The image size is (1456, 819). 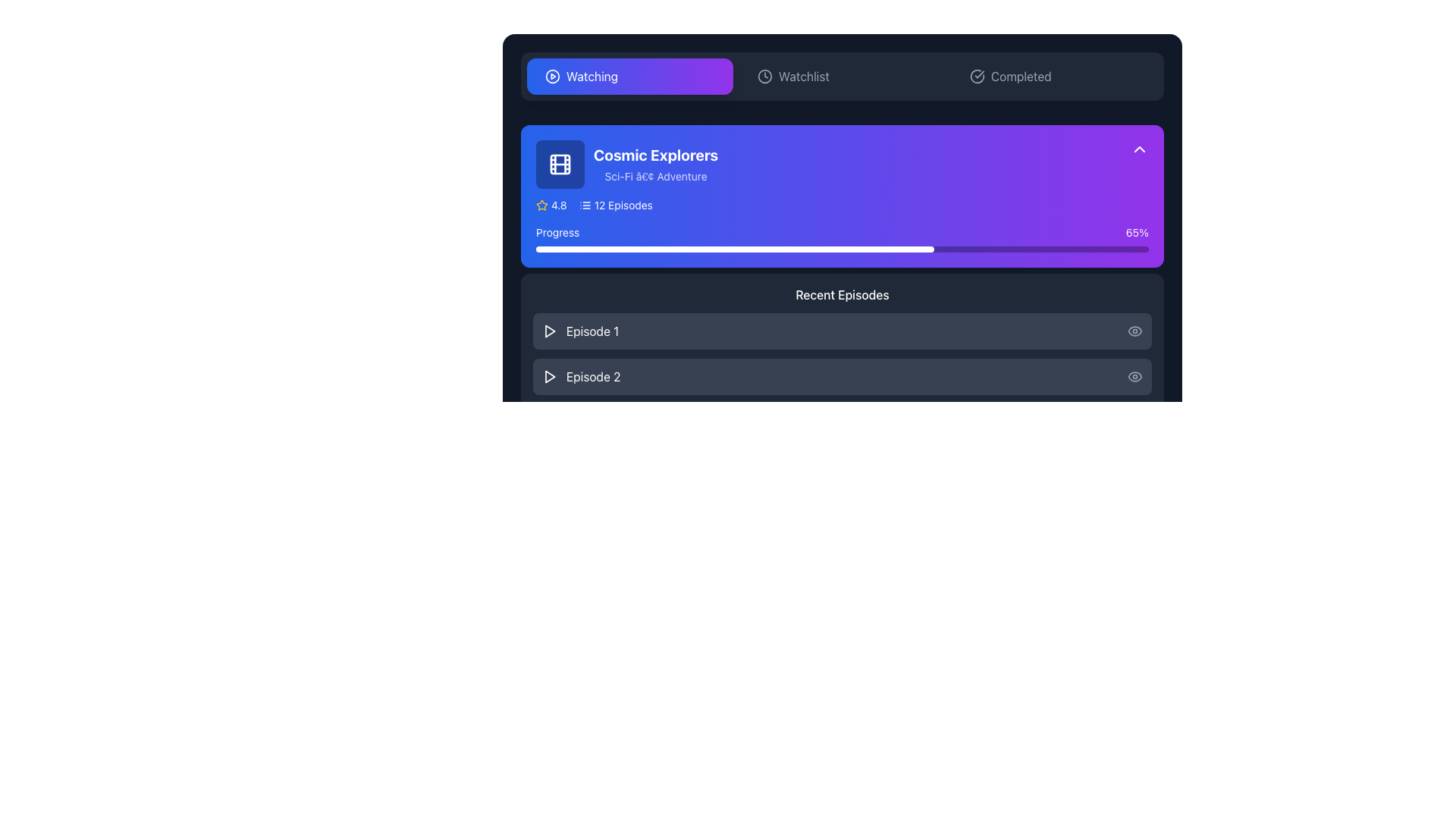 I want to click on progress bar, so click(x=1043, y=248).